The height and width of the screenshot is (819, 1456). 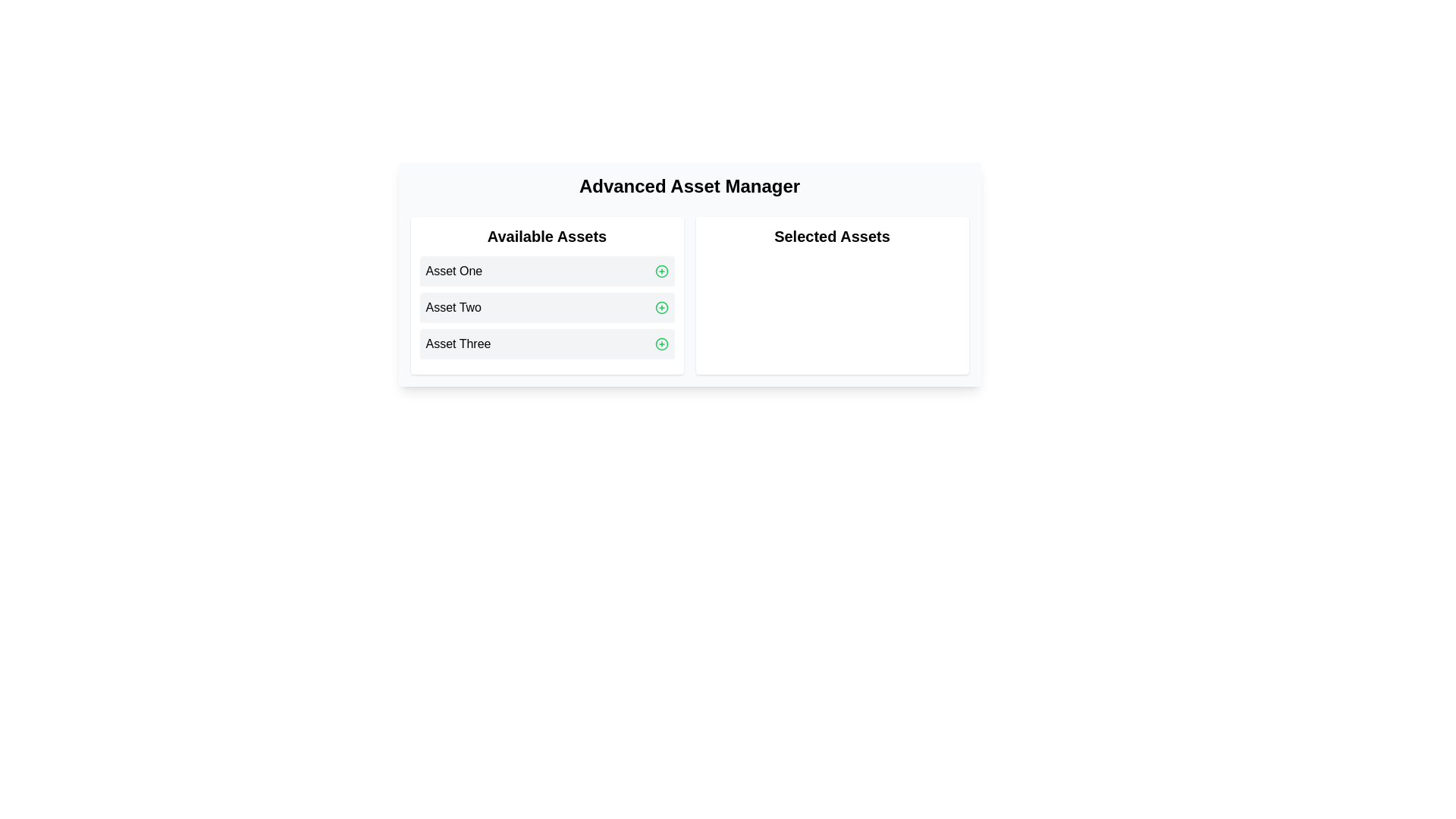 What do you see at coordinates (661, 307) in the screenshot?
I see `the green circular '+' icon` at bounding box center [661, 307].